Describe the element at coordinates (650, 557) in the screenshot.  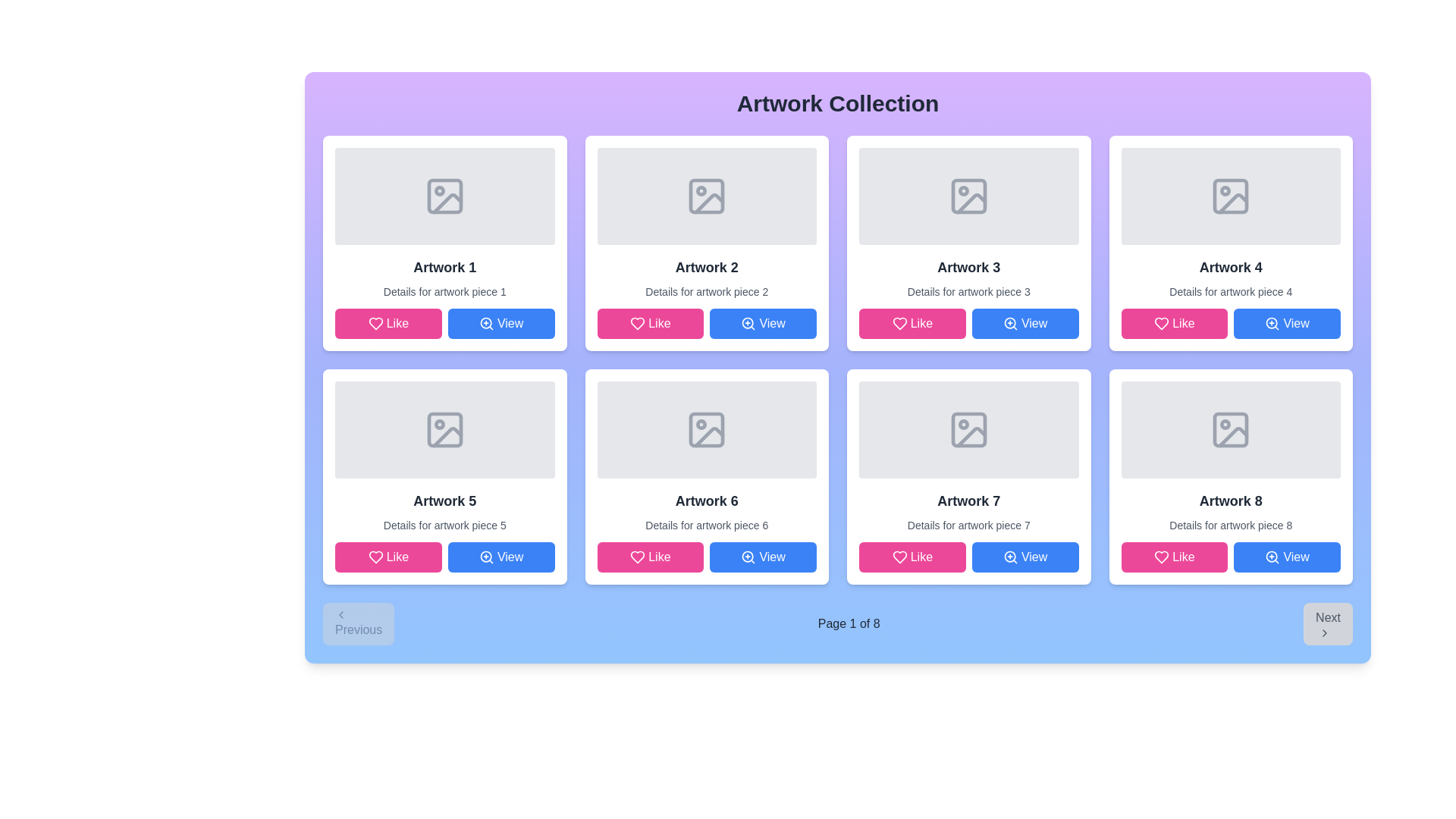
I see `the 'Like' button with a pink background and heart-shaped icon located below the image and title for 'Artwork 6'` at that location.